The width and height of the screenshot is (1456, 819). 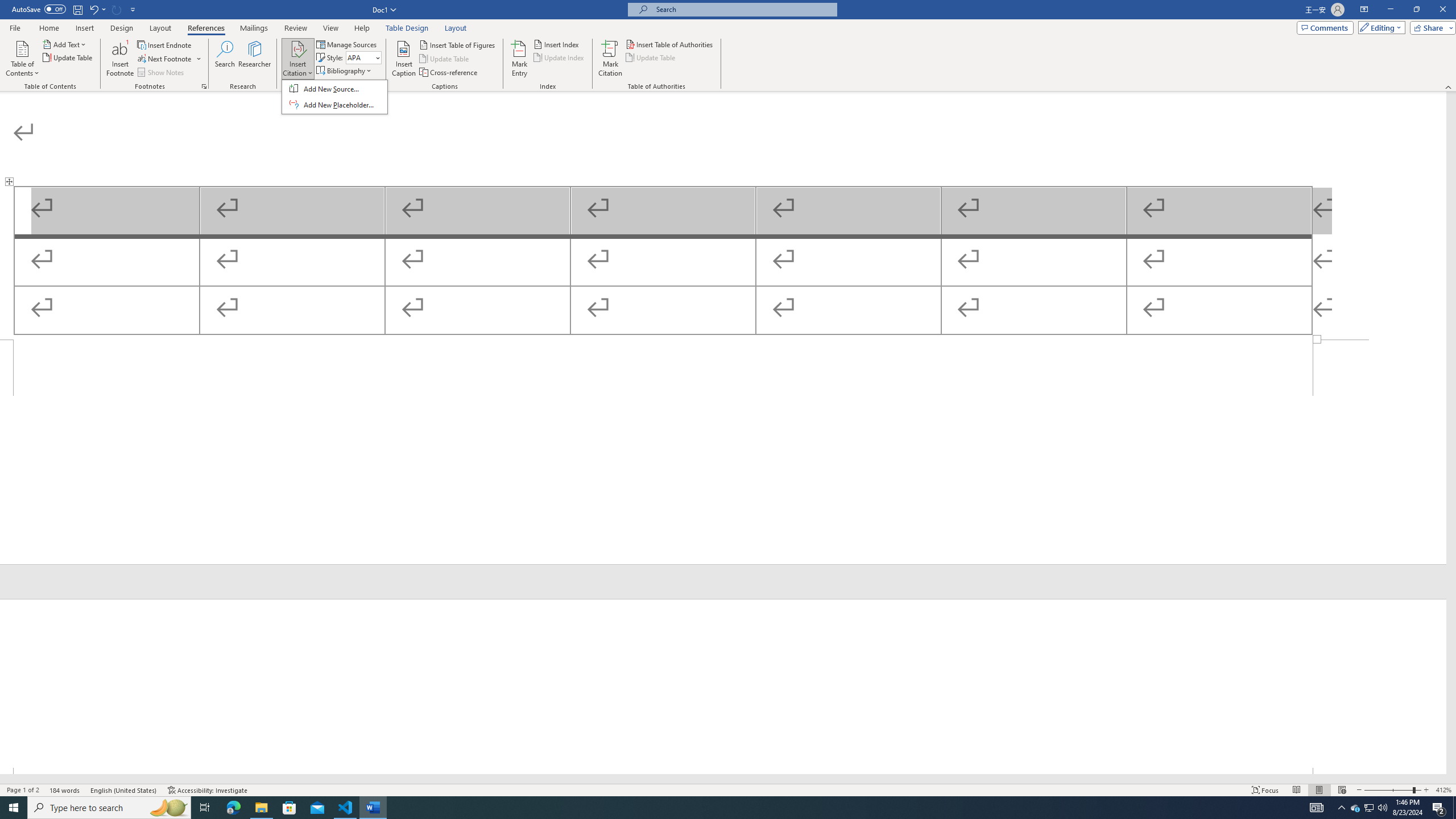 What do you see at coordinates (164, 44) in the screenshot?
I see `'Insert Endnote'` at bounding box center [164, 44].